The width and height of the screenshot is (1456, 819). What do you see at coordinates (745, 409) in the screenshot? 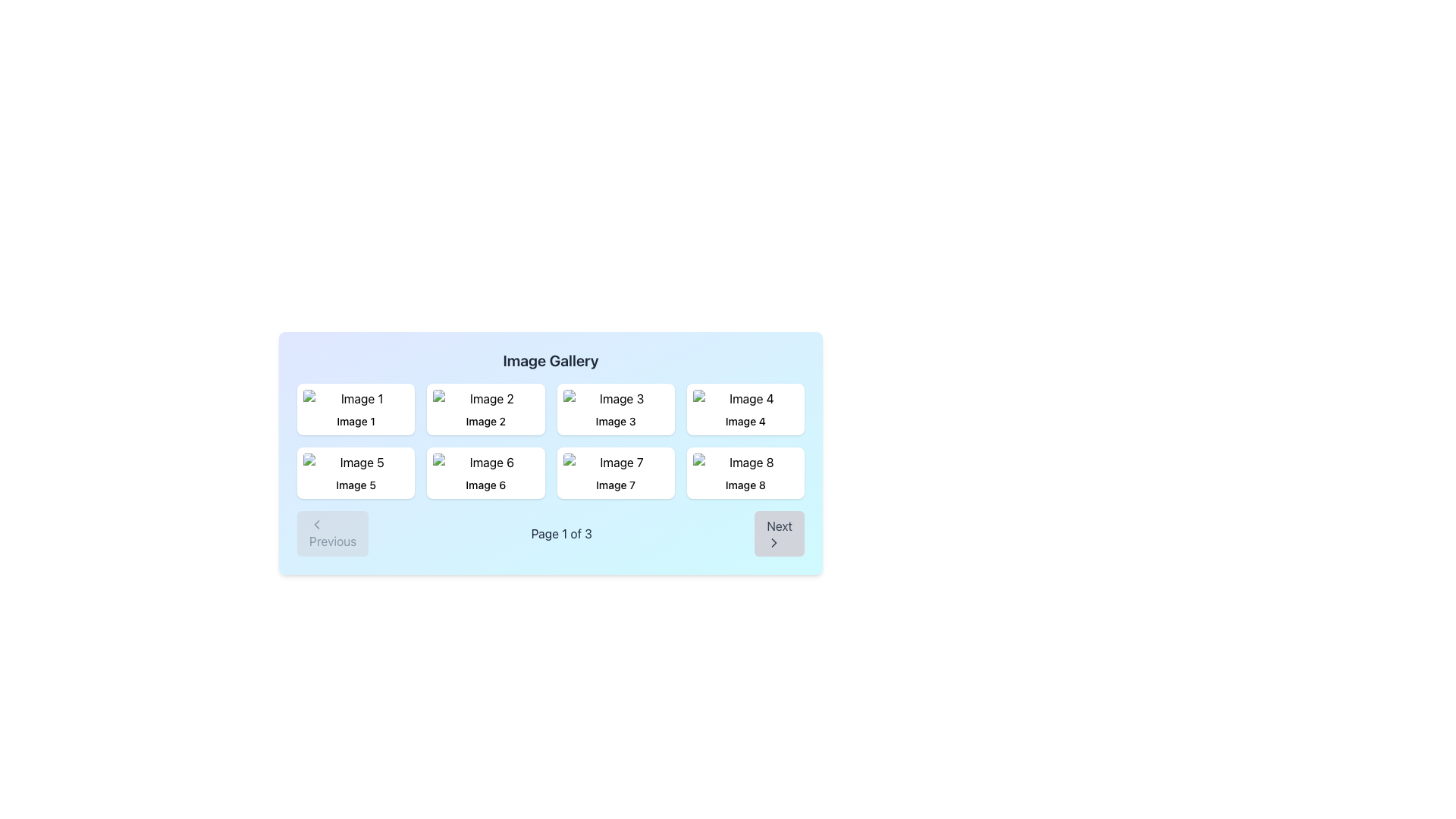
I see `to select or highlight the Image card labeled 'Image 4', located in the upper right corner of the image gallery grid` at bounding box center [745, 409].